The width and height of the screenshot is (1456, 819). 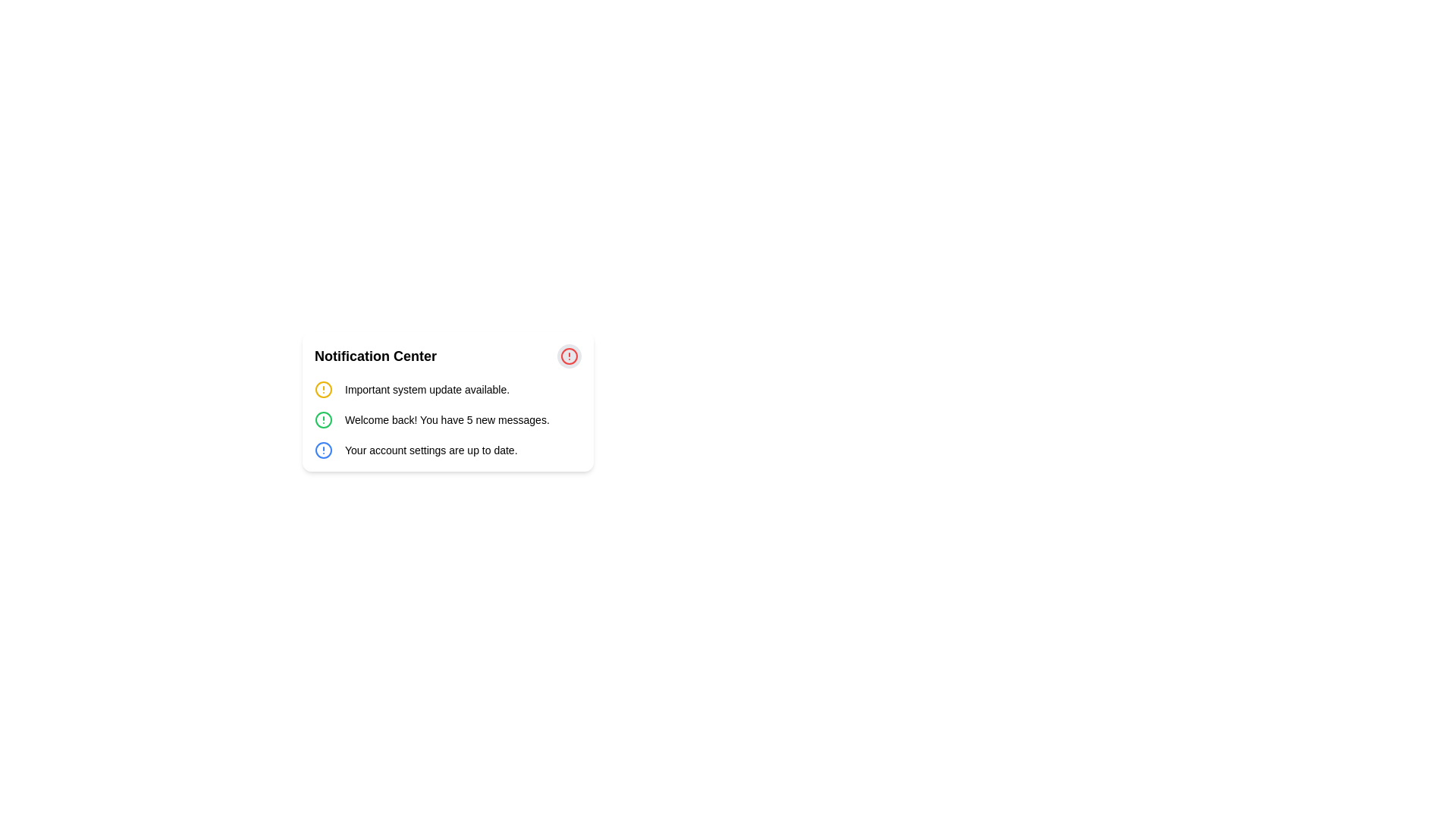 I want to click on the 'Welcome back! You have 5 new messages.' text notification, so click(x=447, y=420).